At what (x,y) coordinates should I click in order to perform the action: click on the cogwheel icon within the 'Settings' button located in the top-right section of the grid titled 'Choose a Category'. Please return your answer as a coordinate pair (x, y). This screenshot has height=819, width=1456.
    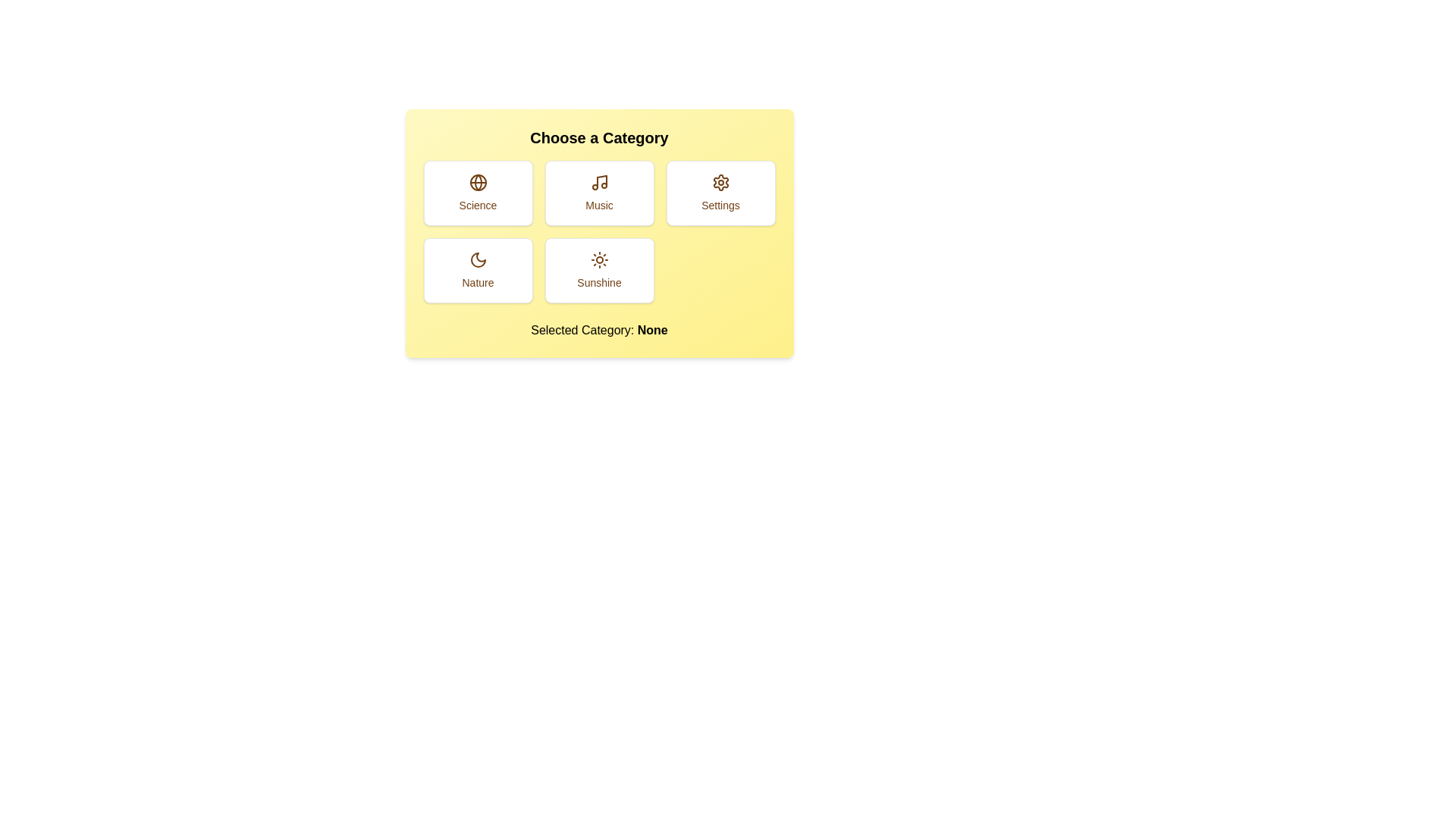
    Looking at the image, I should click on (720, 181).